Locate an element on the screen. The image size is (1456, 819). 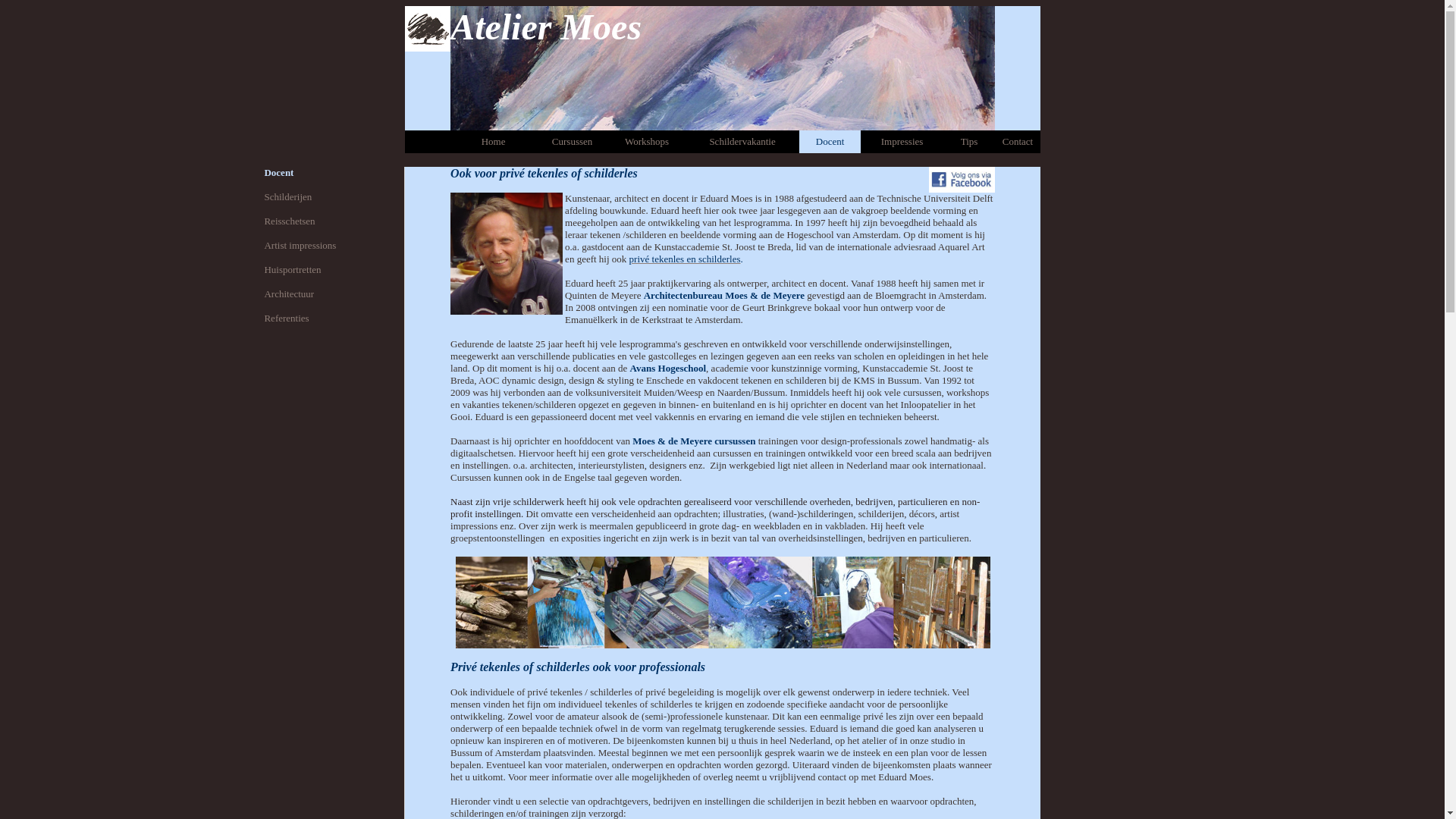
'Referenties' is located at coordinates (286, 317).